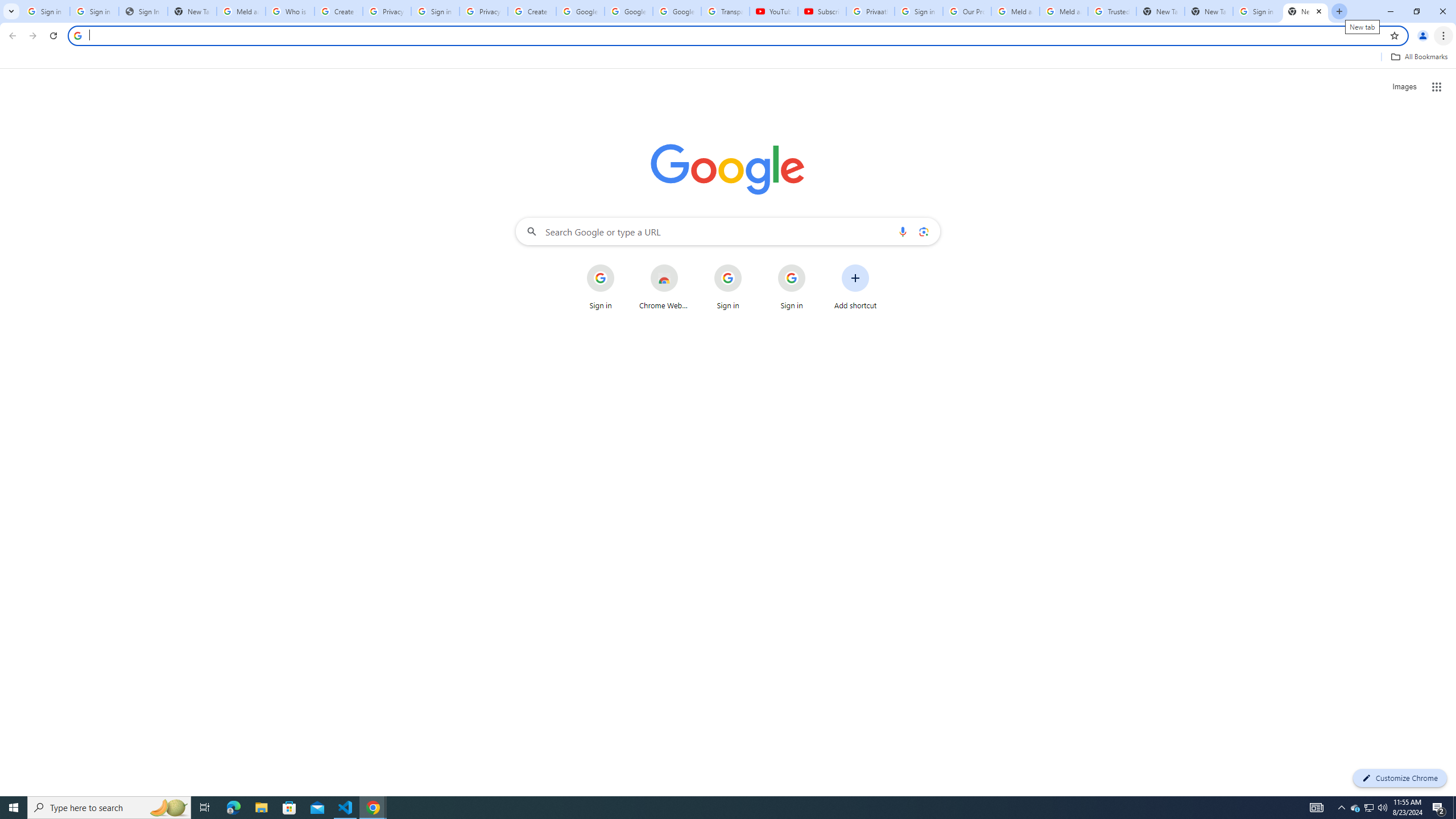 The width and height of the screenshot is (1456, 819). What do you see at coordinates (822, 11) in the screenshot?
I see `'Subscriptions - YouTube'` at bounding box center [822, 11].